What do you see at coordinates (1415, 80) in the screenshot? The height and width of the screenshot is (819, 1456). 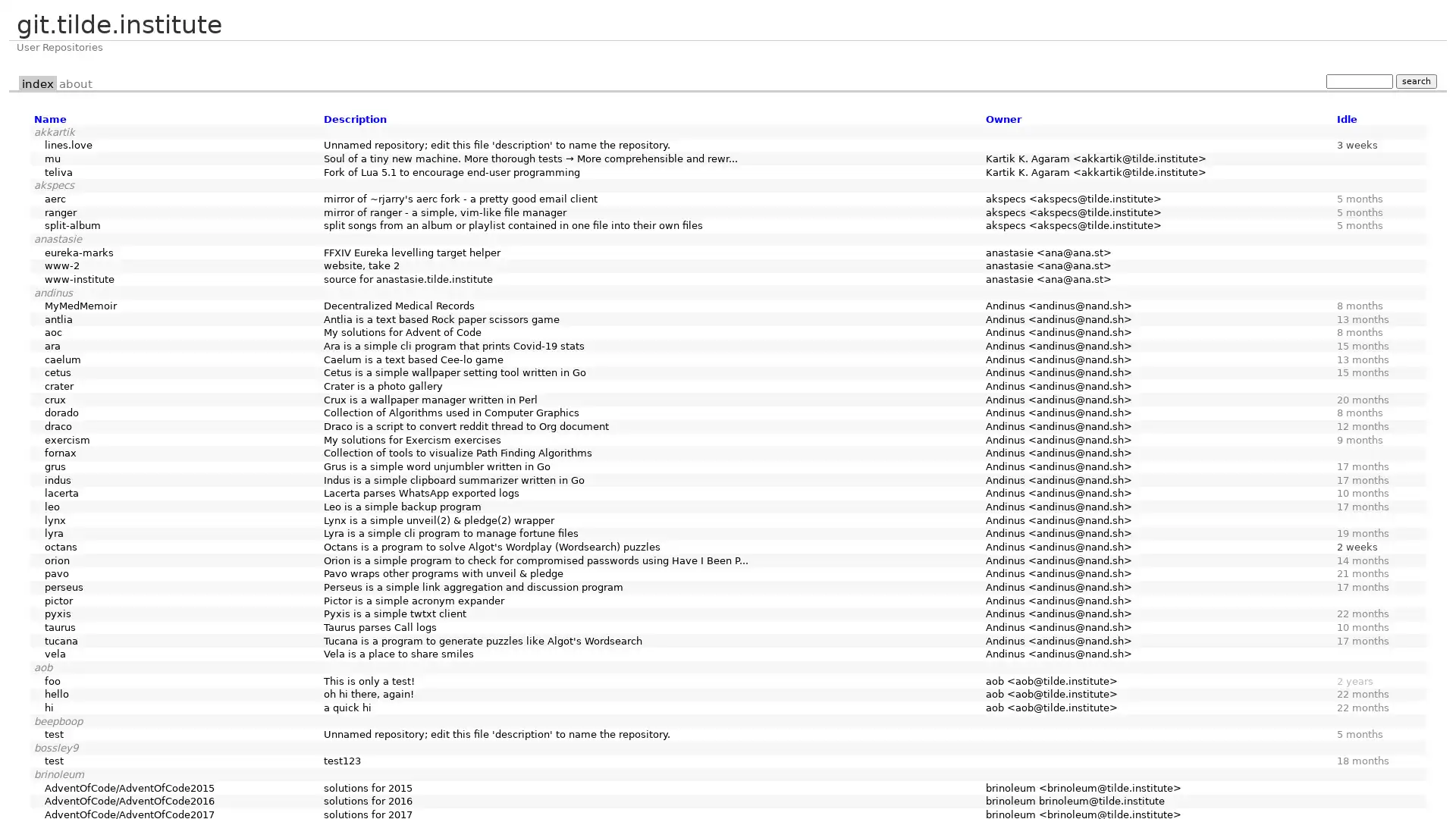 I see `search` at bounding box center [1415, 80].